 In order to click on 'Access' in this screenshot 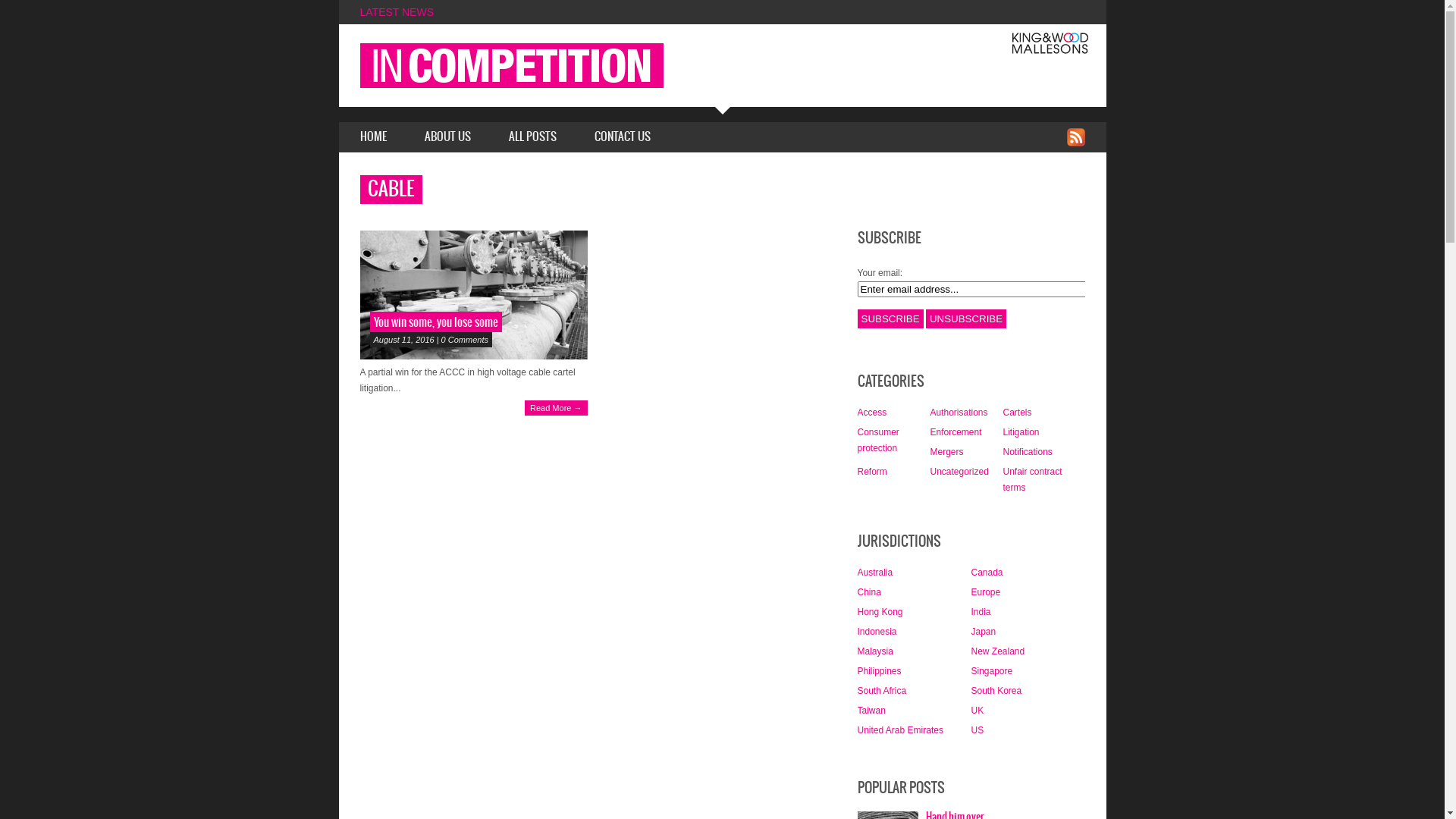, I will do `click(871, 412)`.